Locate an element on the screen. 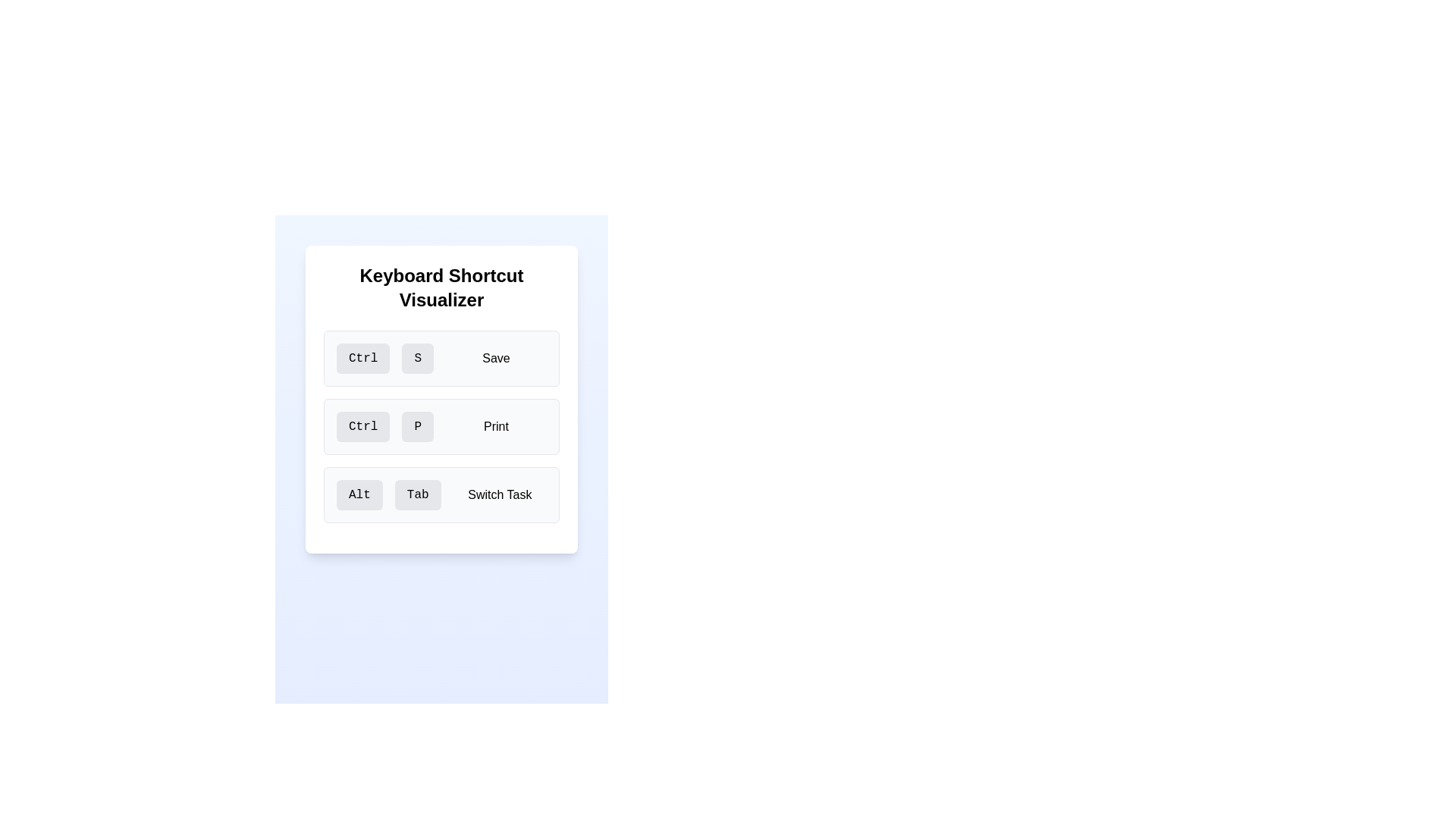  the 'Alt' button, which is a rectangular button with rounded corners displaying the text 'Alt' in bold black font, located in the lower half of the 'Keyboard Shortcut Visualizer' component is located at coordinates (359, 494).